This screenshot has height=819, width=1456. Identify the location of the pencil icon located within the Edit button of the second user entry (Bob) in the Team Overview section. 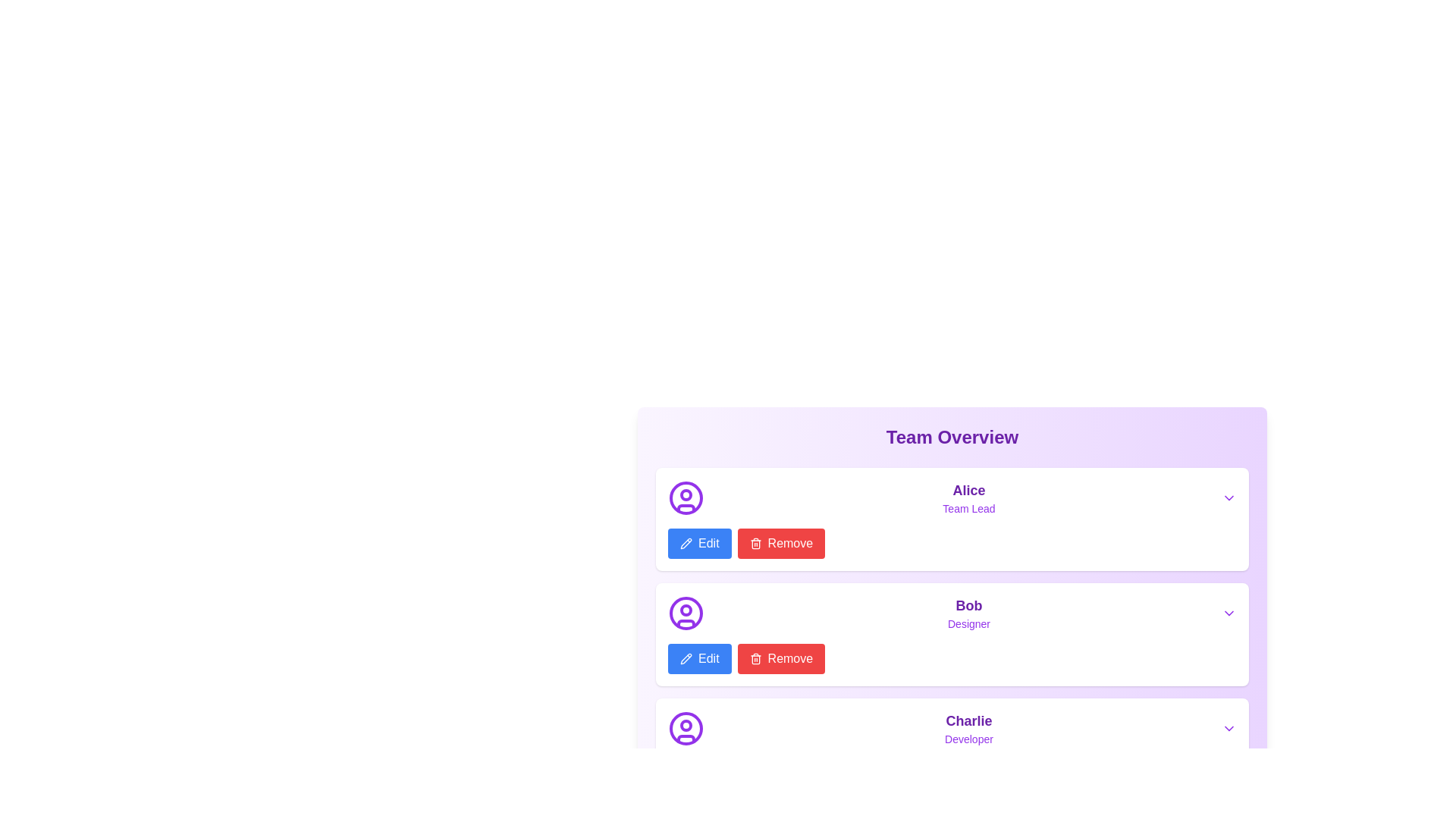
(686, 657).